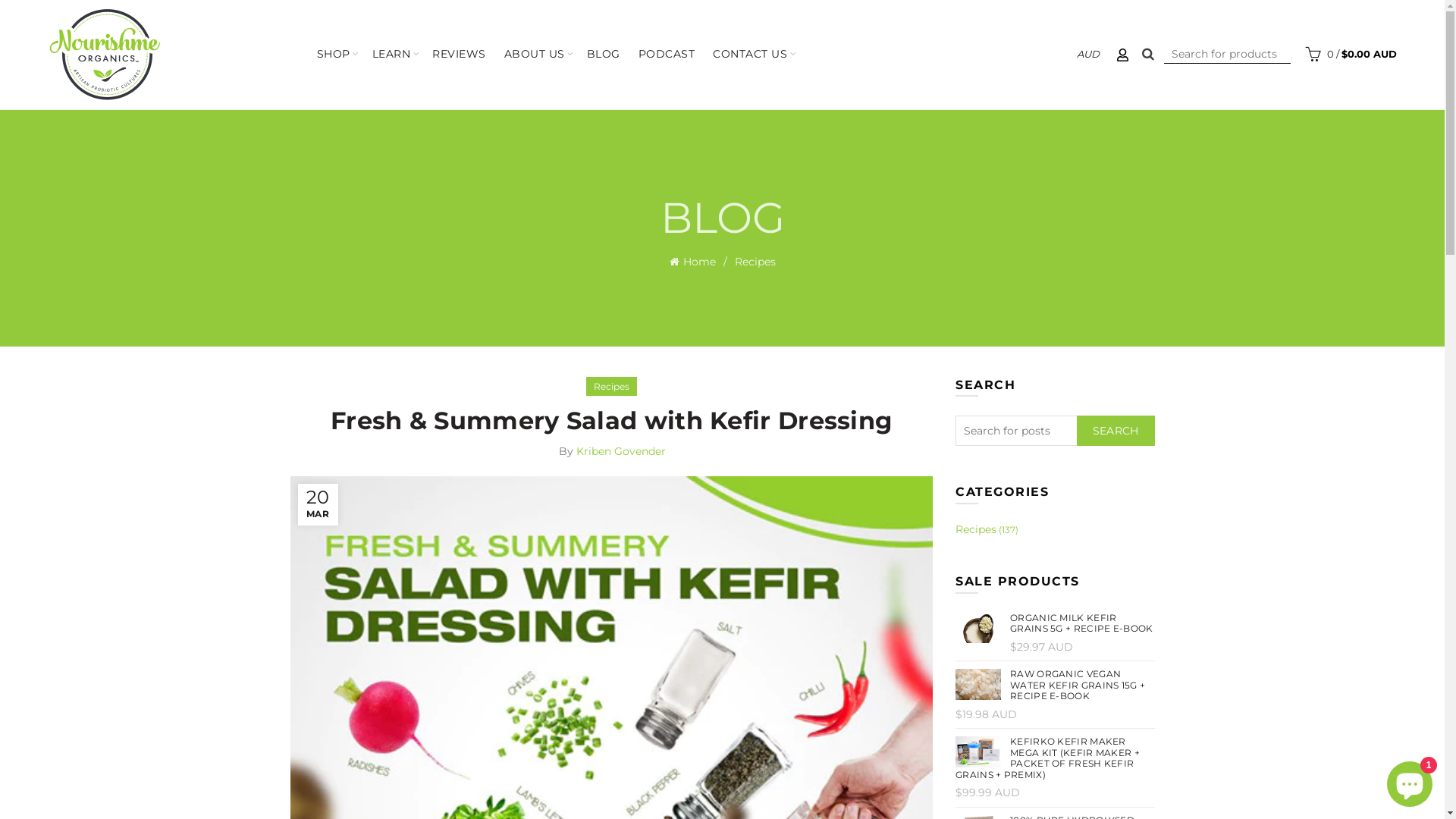 This screenshot has width=1456, height=819. Describe the element at coordinates (603, 53) in the screenshot. I see `'BLOG'` at that location.